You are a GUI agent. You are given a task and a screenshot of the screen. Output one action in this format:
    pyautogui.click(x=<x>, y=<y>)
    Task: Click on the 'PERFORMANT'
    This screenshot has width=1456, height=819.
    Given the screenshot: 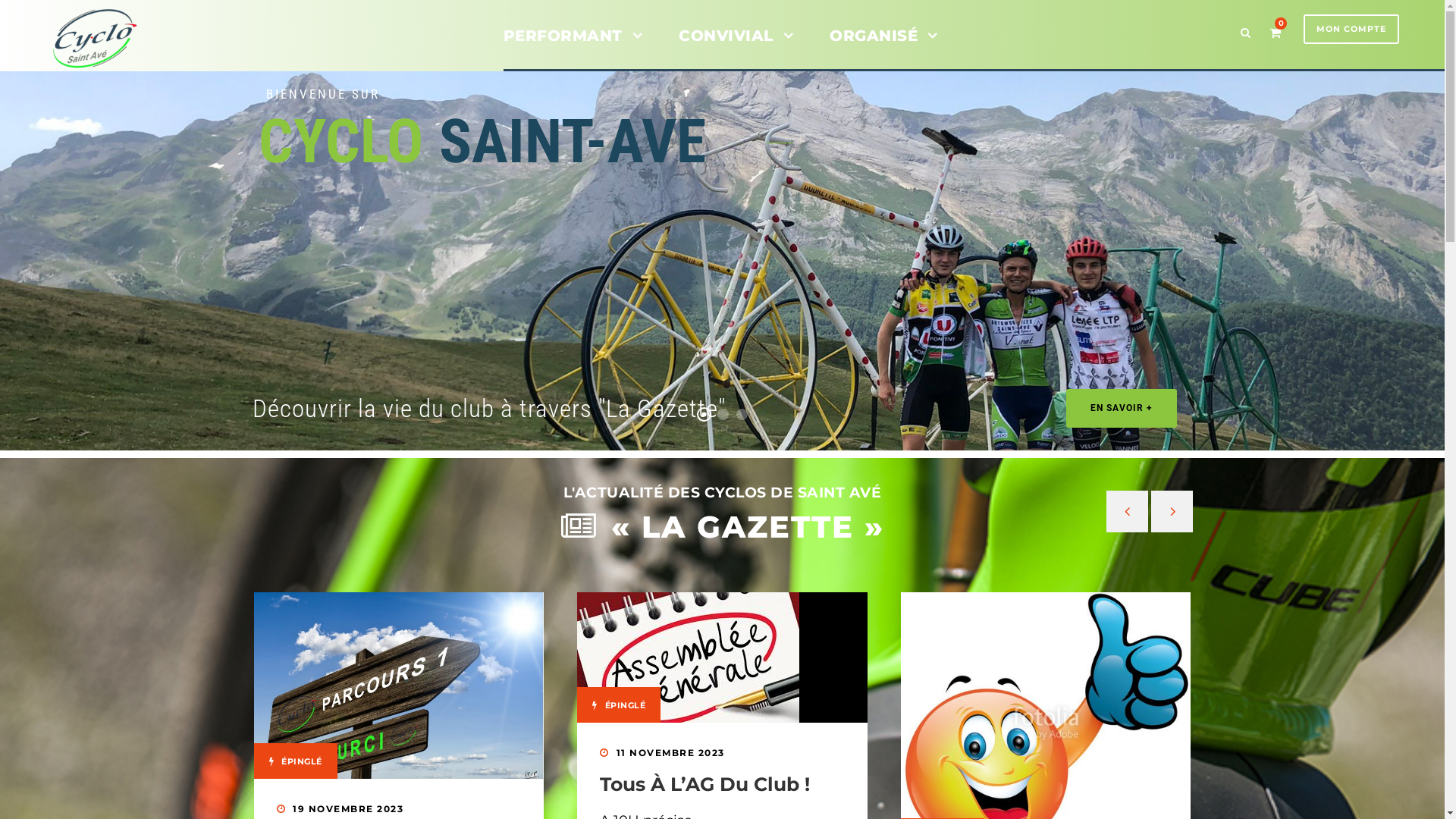 What is the action you would take?
    pyautogui.click(x=572, y=45)
    